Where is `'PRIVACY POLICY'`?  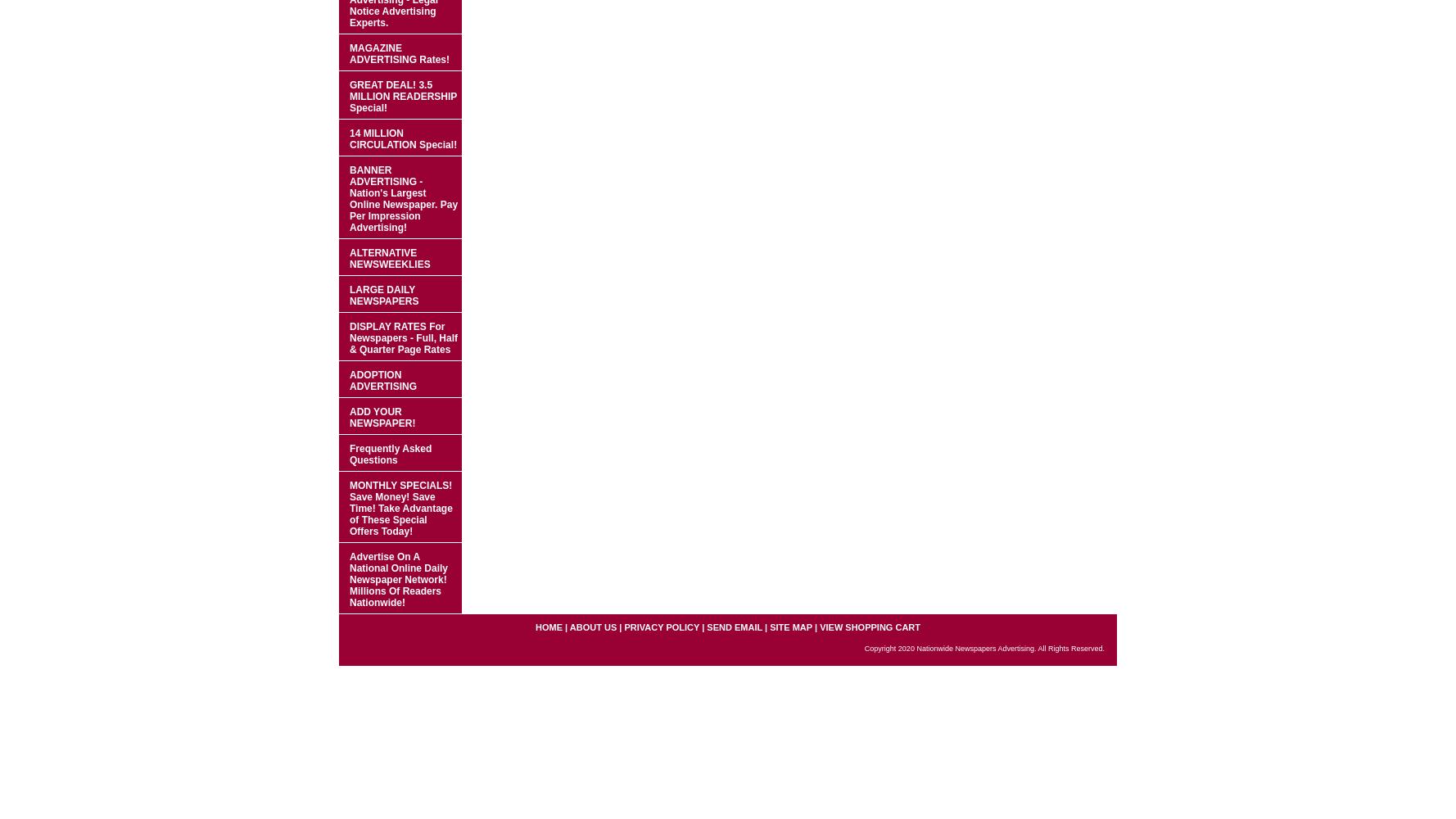 'PRIVACY POLICY' is located at coordinates (624, 627).